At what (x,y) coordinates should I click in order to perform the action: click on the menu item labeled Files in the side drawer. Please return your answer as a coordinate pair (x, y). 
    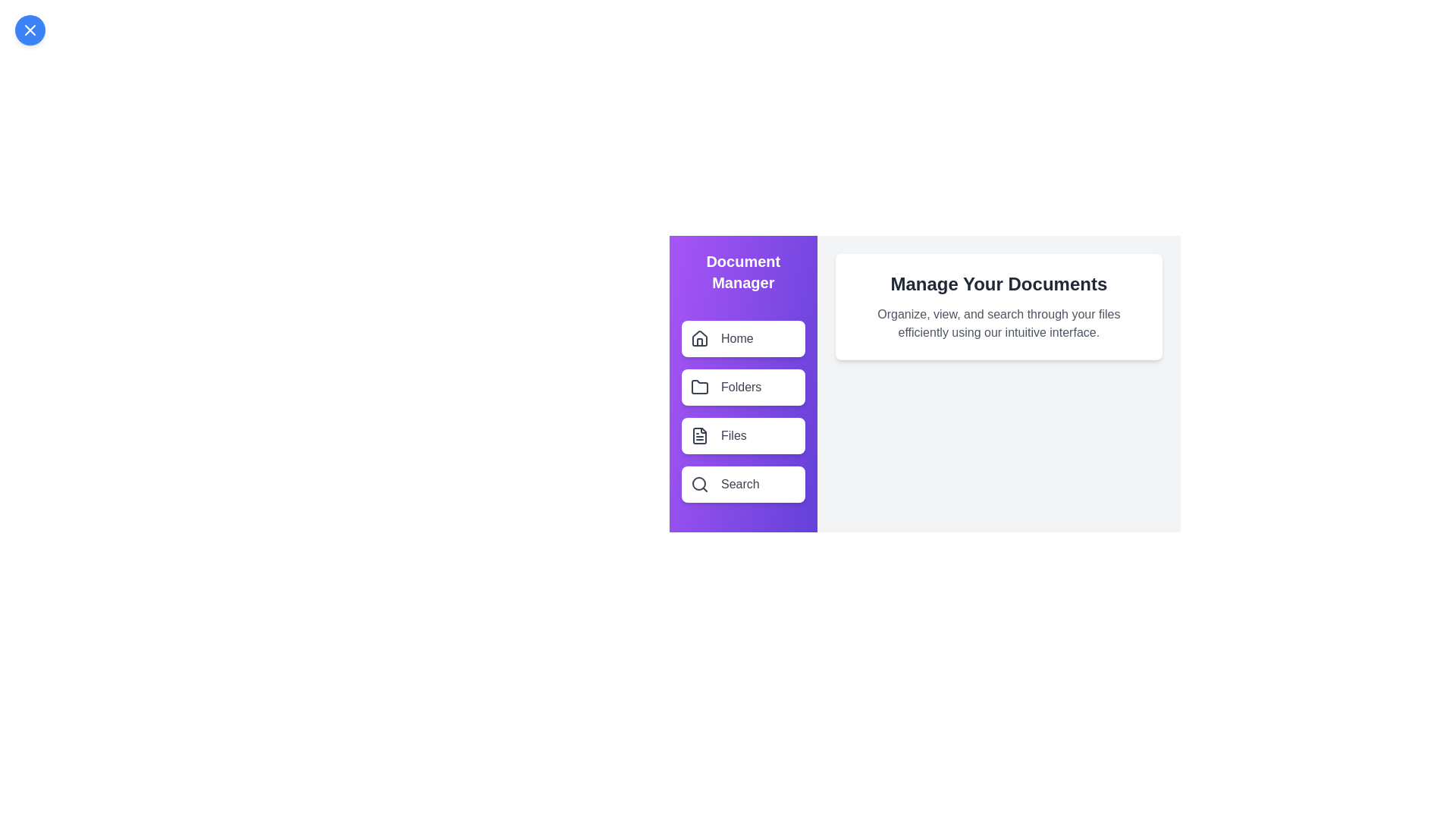
    Looking at the image, I should click on (742, 435).